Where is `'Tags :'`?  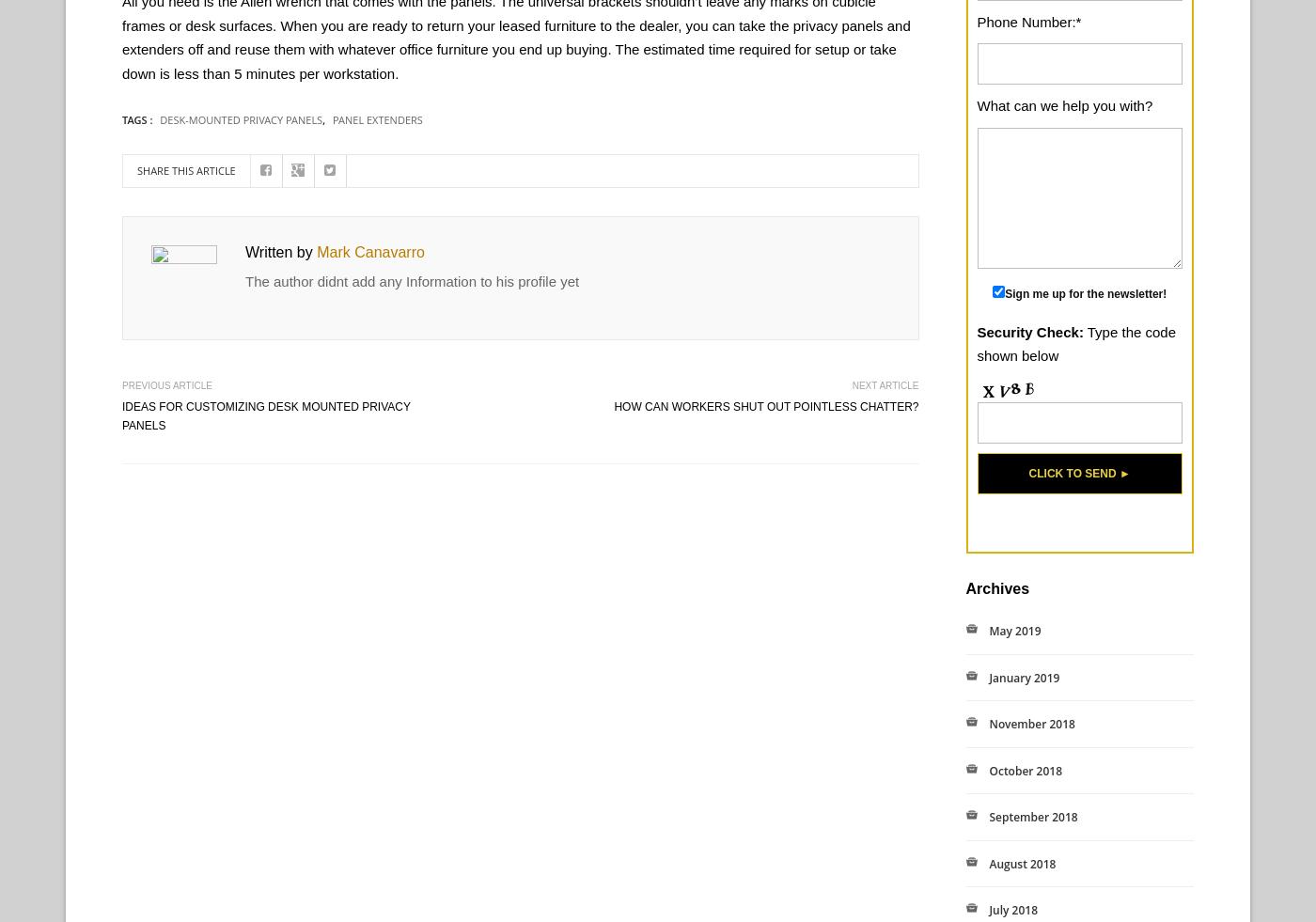
'Tags :' is located at coordinates (138, 118).